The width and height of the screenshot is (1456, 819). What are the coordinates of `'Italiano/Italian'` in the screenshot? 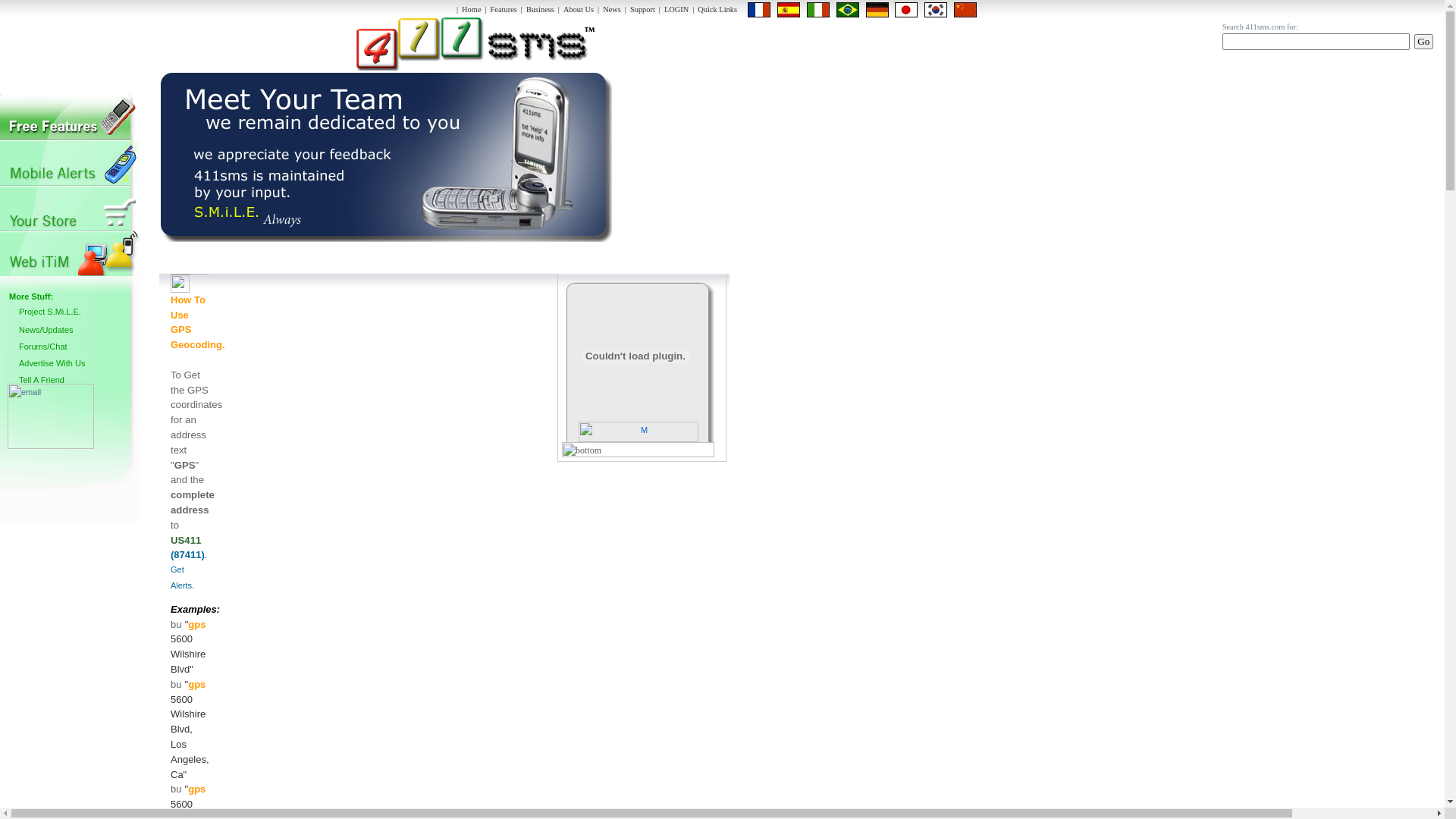 It's located at (806, 9).